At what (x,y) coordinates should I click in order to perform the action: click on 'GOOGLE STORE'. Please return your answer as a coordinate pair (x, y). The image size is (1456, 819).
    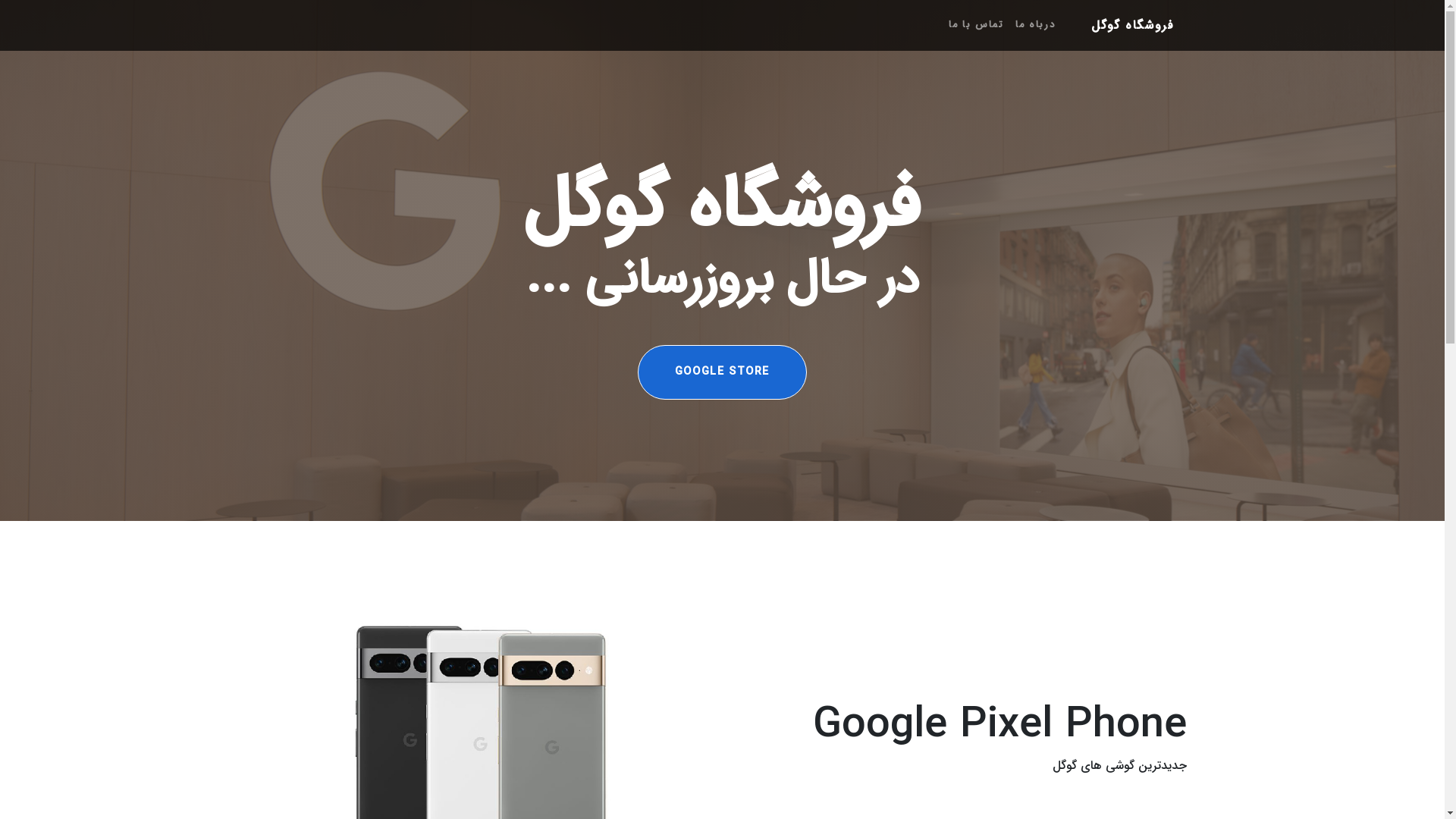
    Looking at the image, I should click on (721, 372).